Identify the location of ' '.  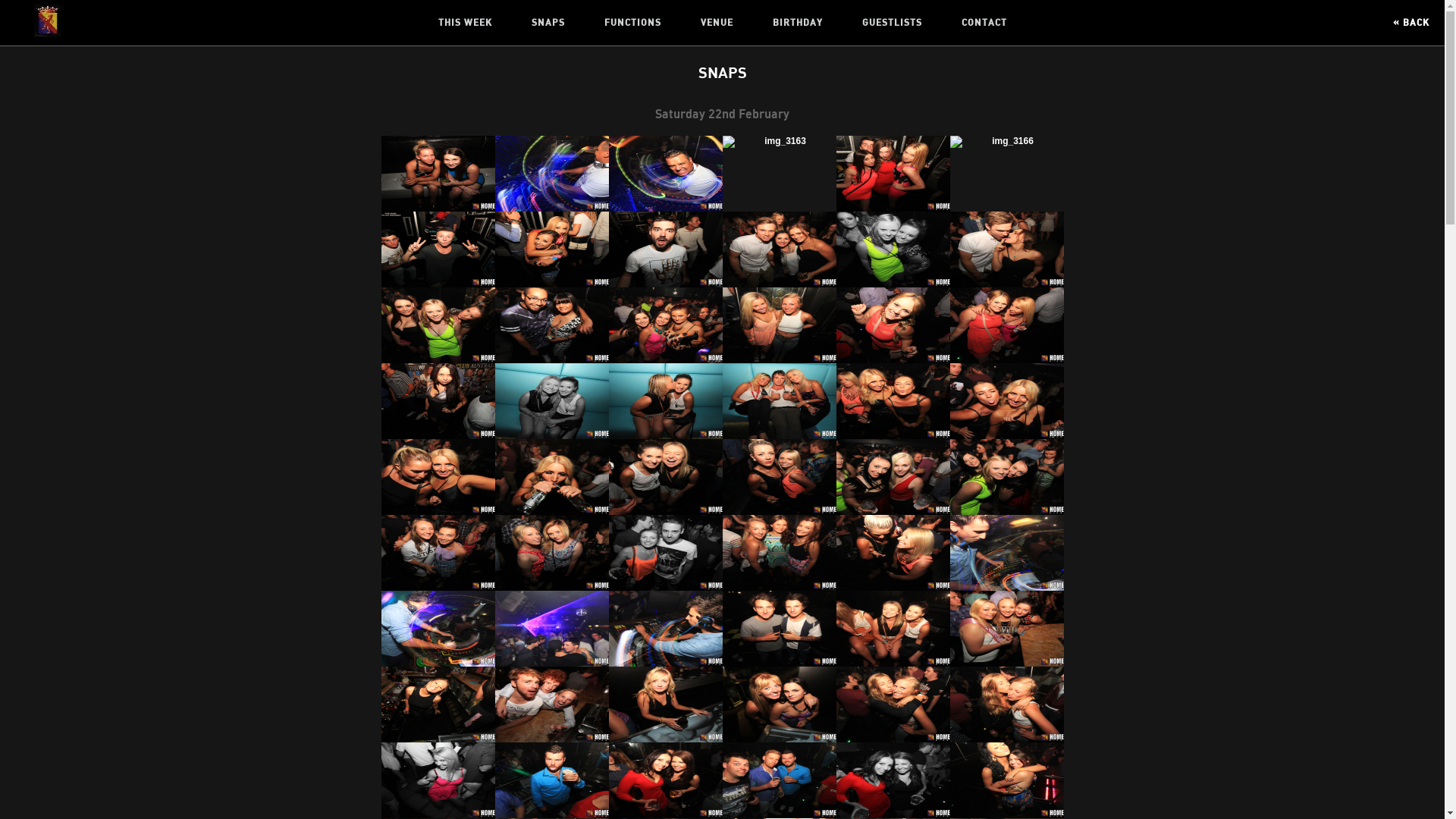
(550, 704).